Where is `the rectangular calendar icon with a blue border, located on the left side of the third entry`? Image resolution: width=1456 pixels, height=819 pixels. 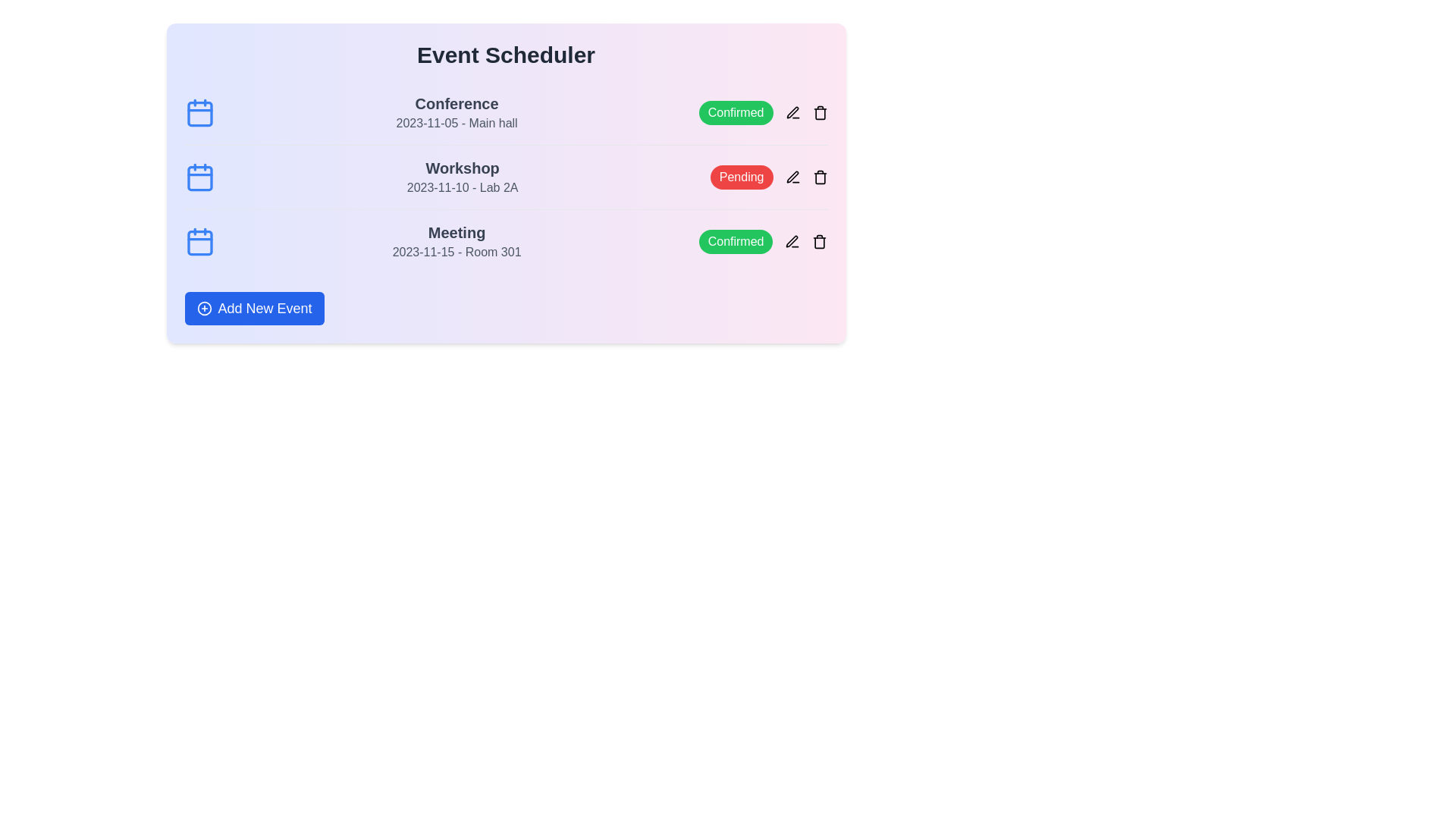
the rectangular calendar icon with a blue border, located on the left side of the third entry is located at coordinates (199, 242).